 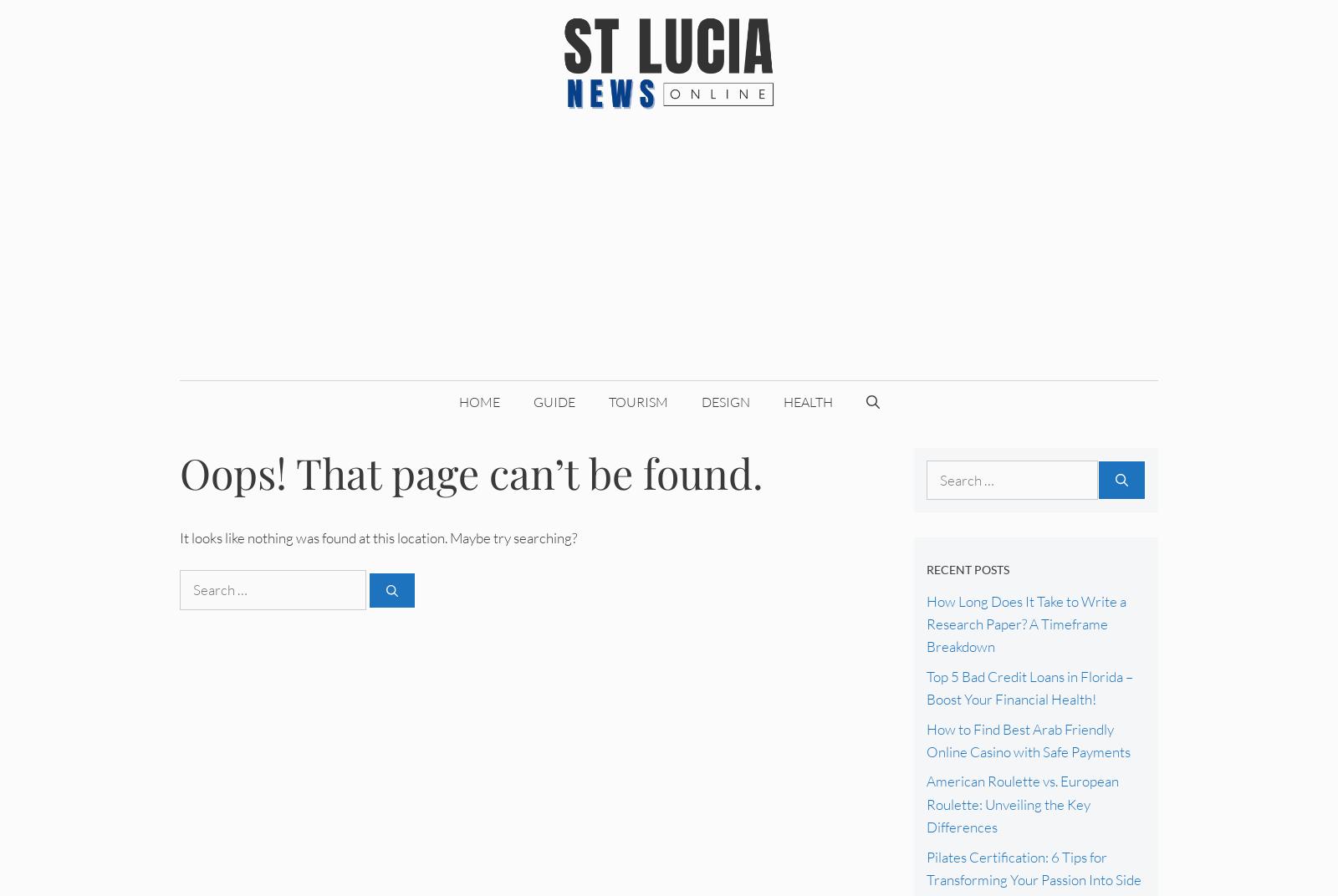 What do you see at coordinates (180, 471) in the screenshot?
I see `'Oops! That page can’t be found.'` at bounding box center [180, 471].